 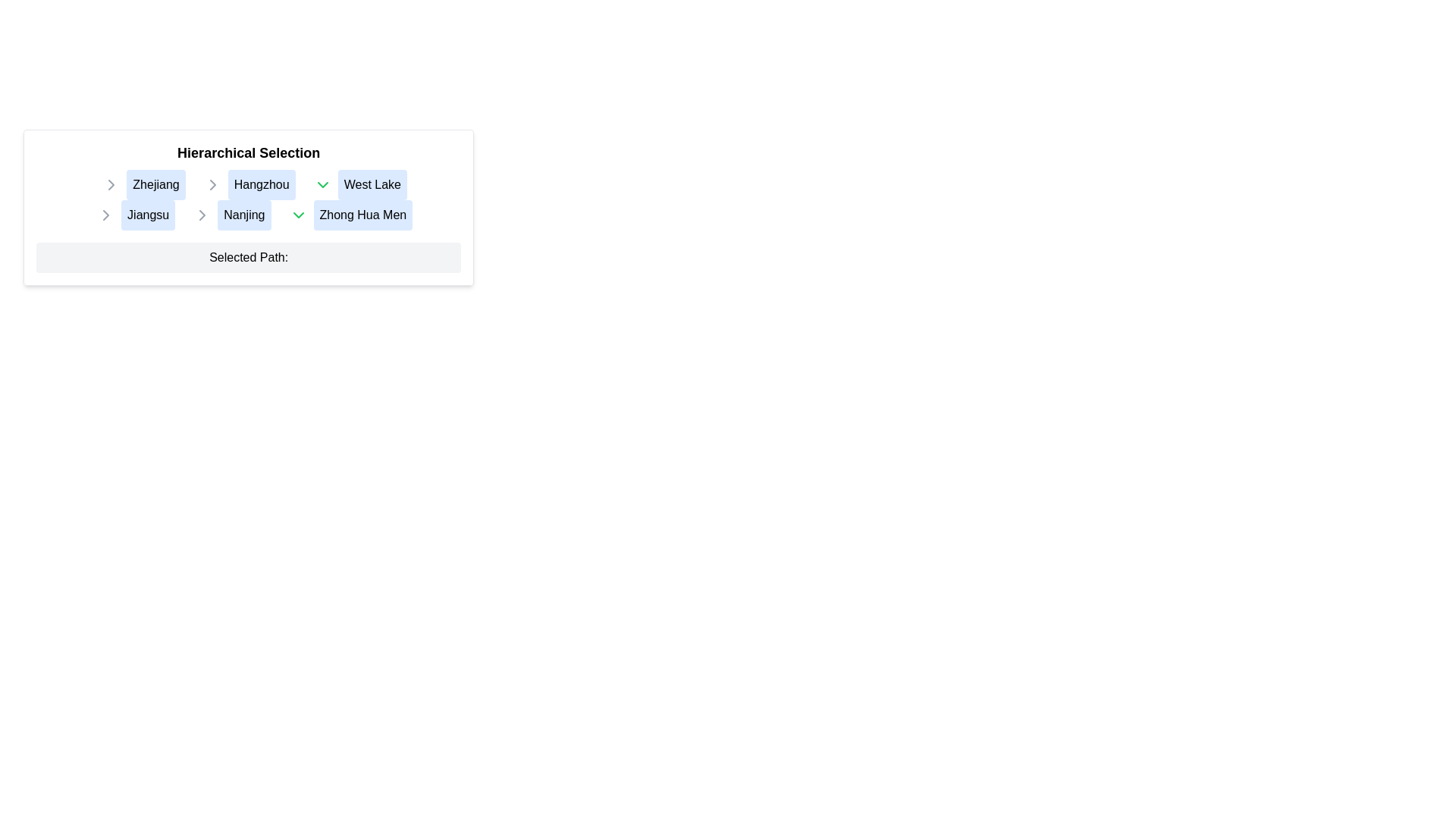 What do you see at coordinates (322, 184) in the screenshot?
I see `the Dropdown indicator arrow located immediately before the 'West Lake' interactive button` at bounding box center [322, 184].